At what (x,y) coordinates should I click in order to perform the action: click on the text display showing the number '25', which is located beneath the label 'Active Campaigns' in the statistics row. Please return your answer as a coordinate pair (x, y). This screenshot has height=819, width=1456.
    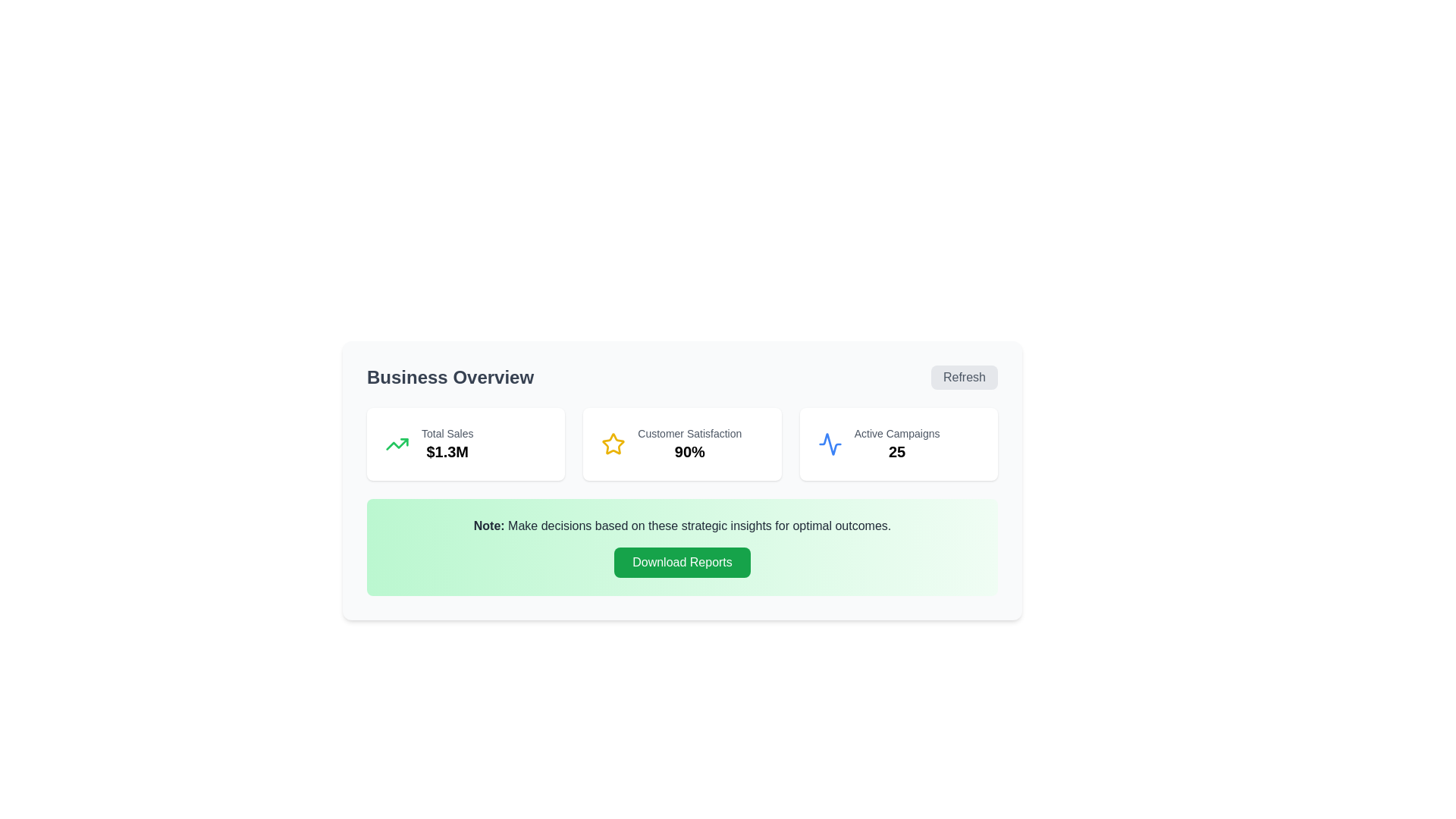
    Looking at the image, I should click on (897, 451).